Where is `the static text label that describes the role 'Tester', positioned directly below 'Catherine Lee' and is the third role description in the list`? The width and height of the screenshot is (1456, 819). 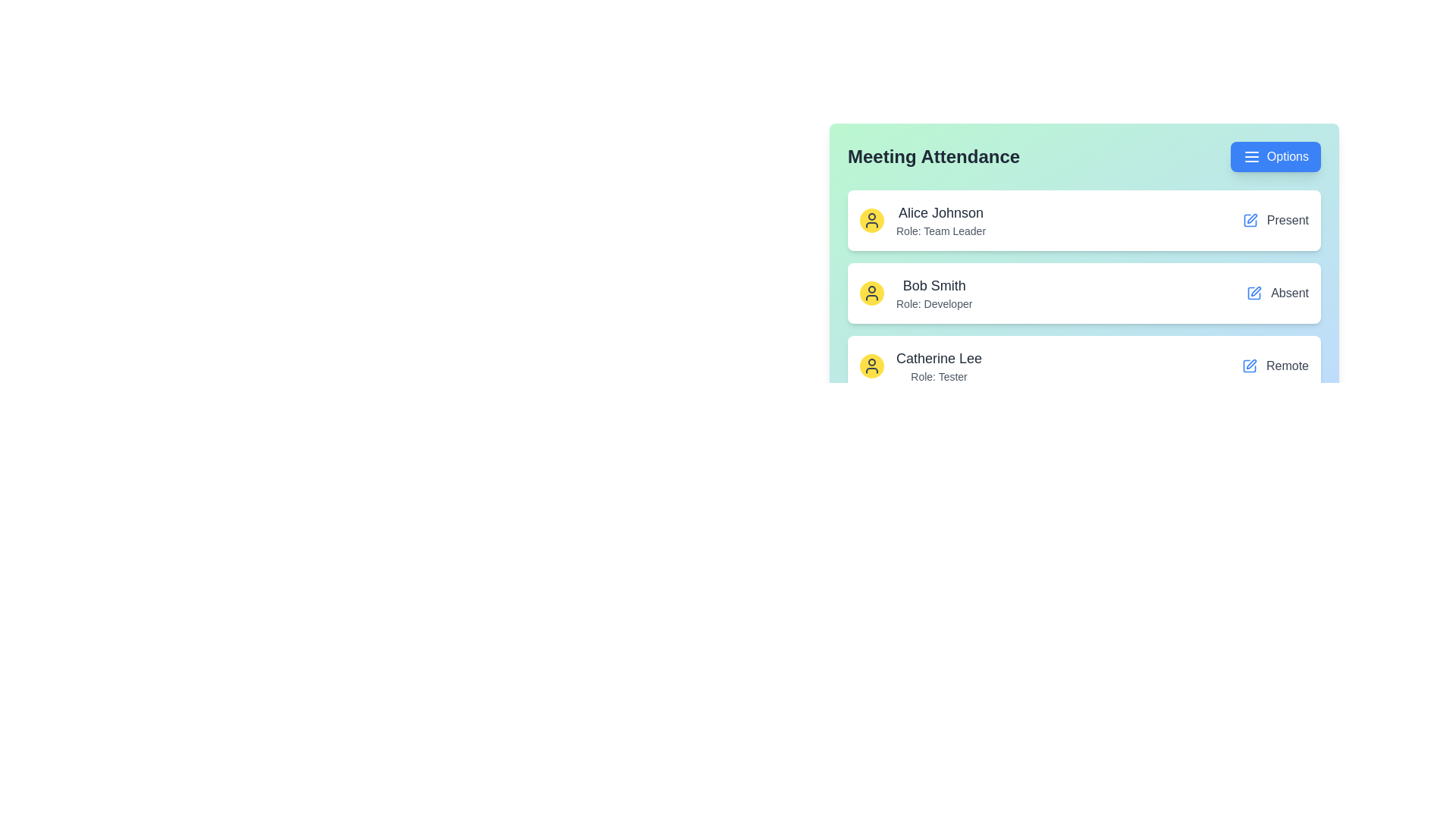
the static text label that describes the role 'Tester', positioned directly below 'Catherine Lee' and is the third role description in the list is located at coordinates (938, 376).